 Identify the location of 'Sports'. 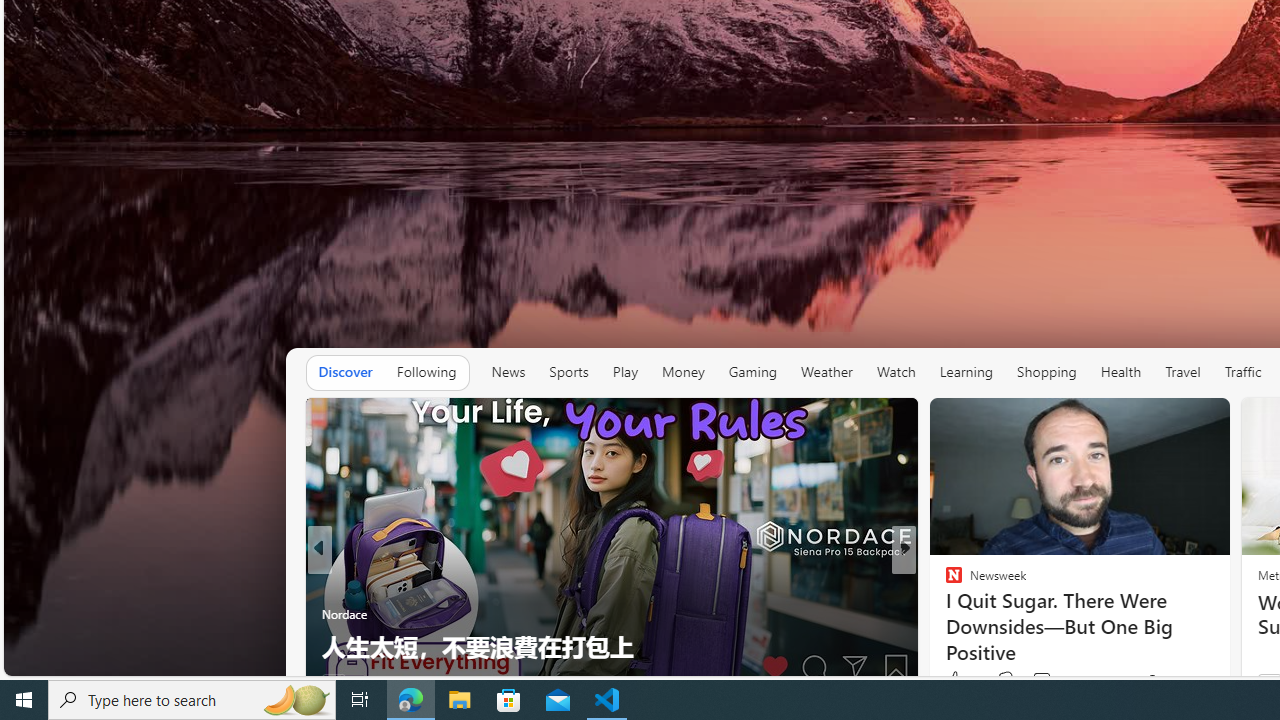
(567, 371).